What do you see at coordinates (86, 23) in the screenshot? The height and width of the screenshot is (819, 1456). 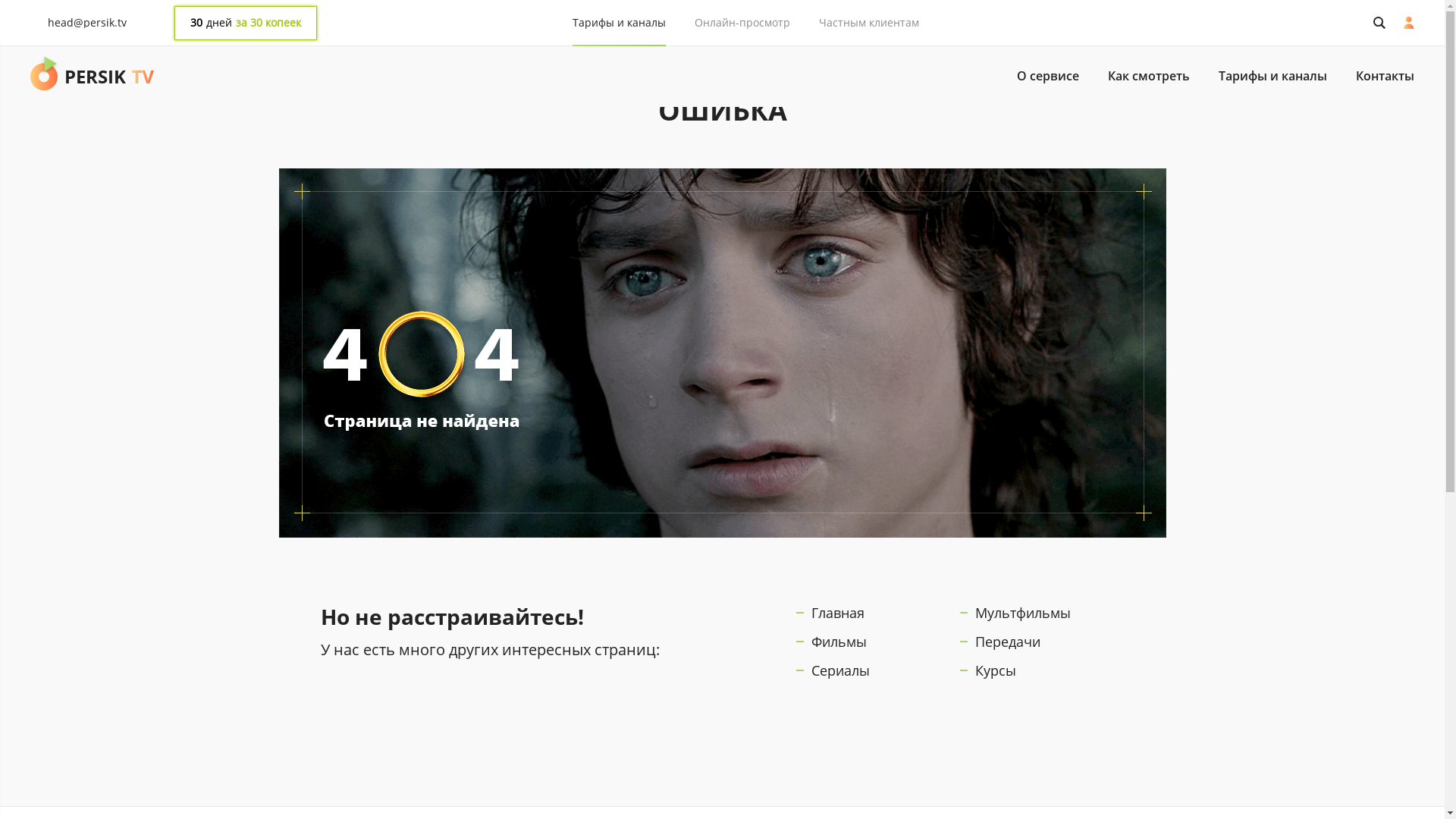 I see `'head@persik.tv'` at bounding box center [86, 23].